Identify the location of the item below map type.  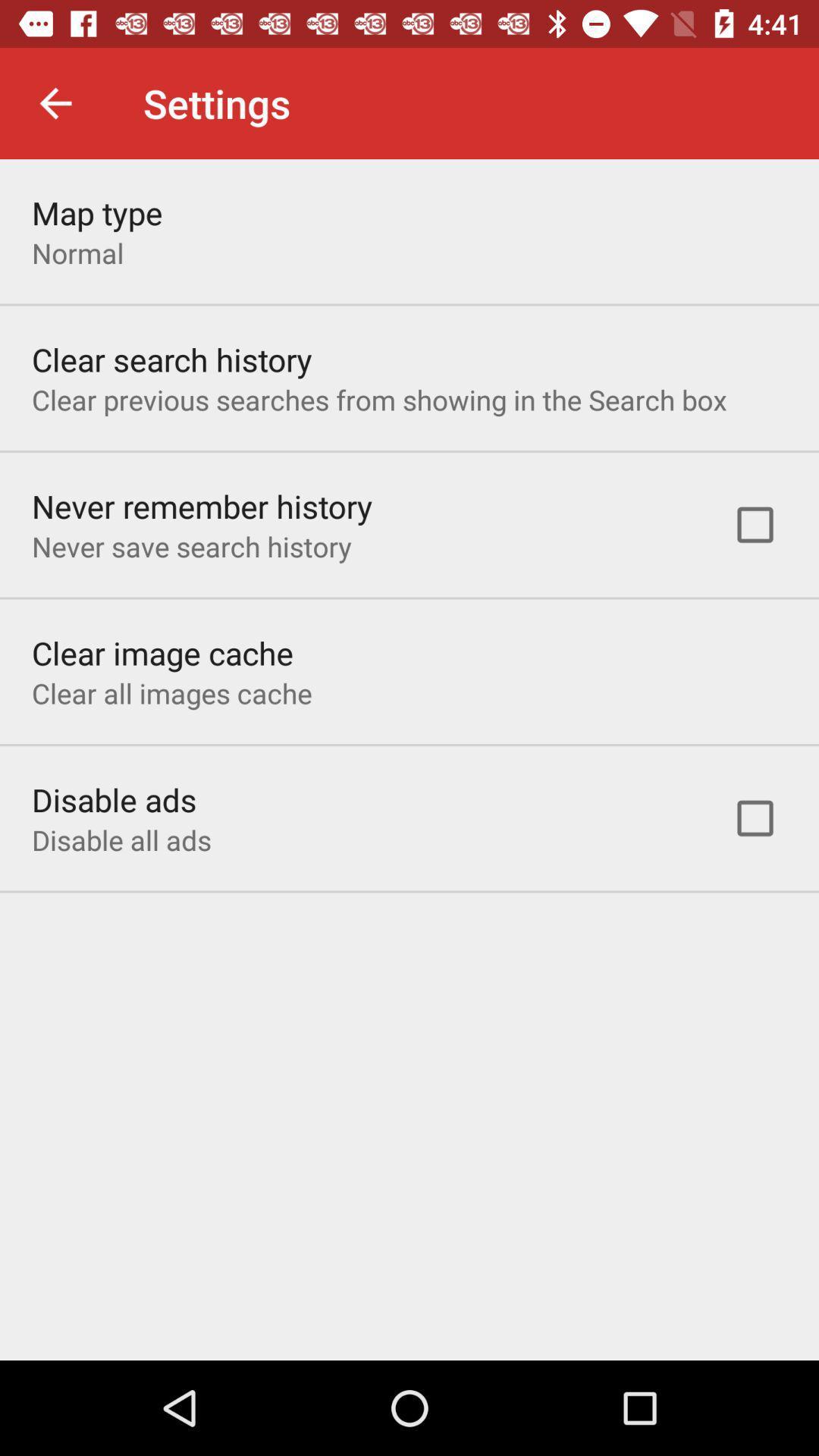
(77, 253).